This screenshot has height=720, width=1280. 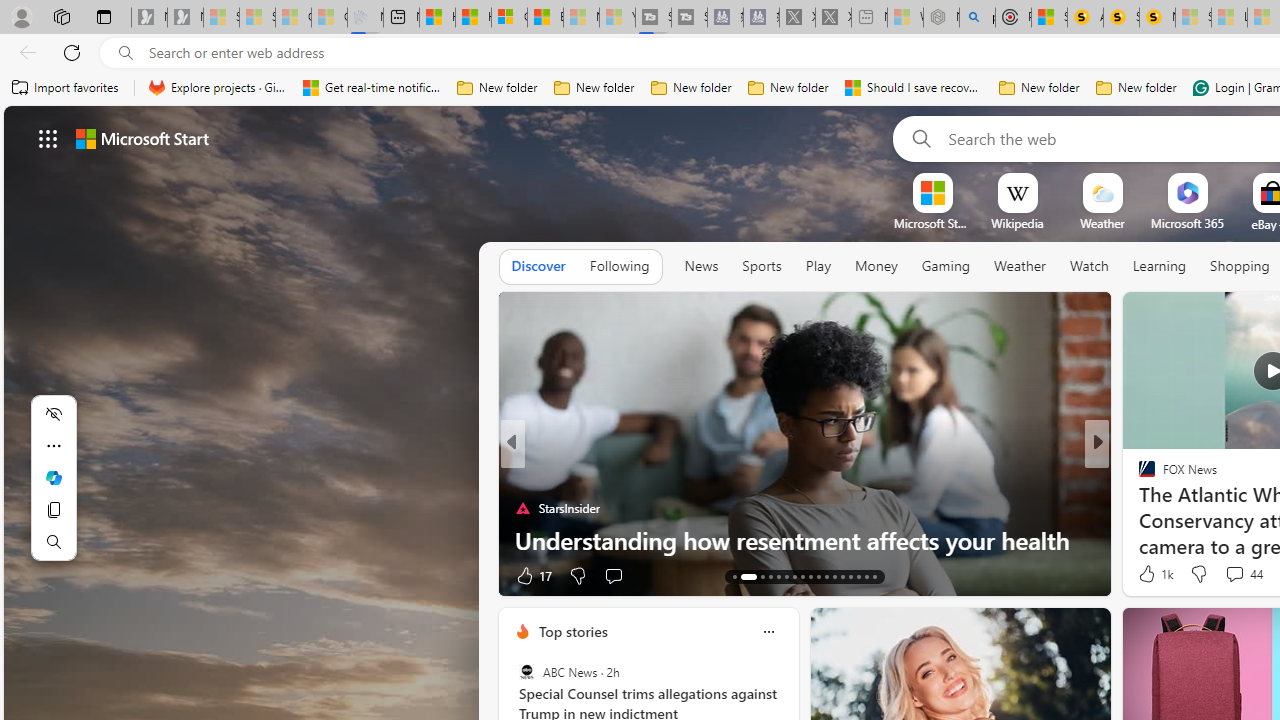 What do you see at coordinates (1149, 575) in the screenshot?
I see `'79 Like'` at bounding box center [1149, 575].